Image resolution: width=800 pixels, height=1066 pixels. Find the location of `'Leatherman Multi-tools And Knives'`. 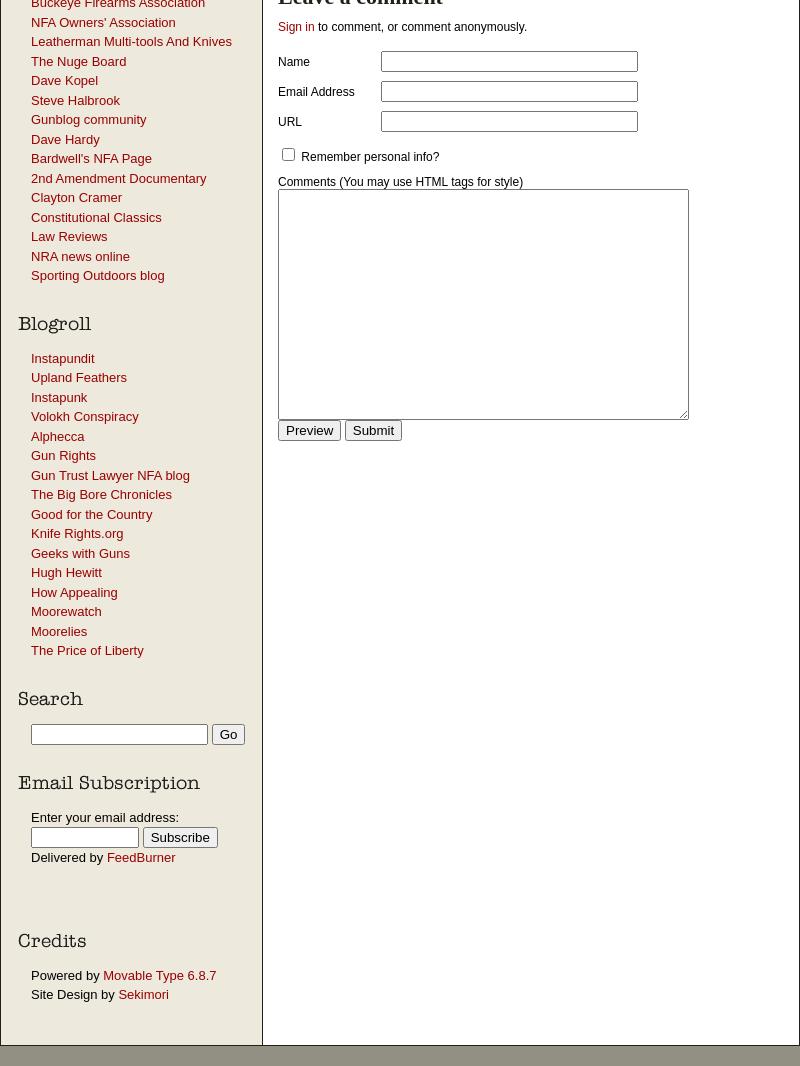

'Leatherman Multi-tools And Knives' is located at coordinates (130, 40).